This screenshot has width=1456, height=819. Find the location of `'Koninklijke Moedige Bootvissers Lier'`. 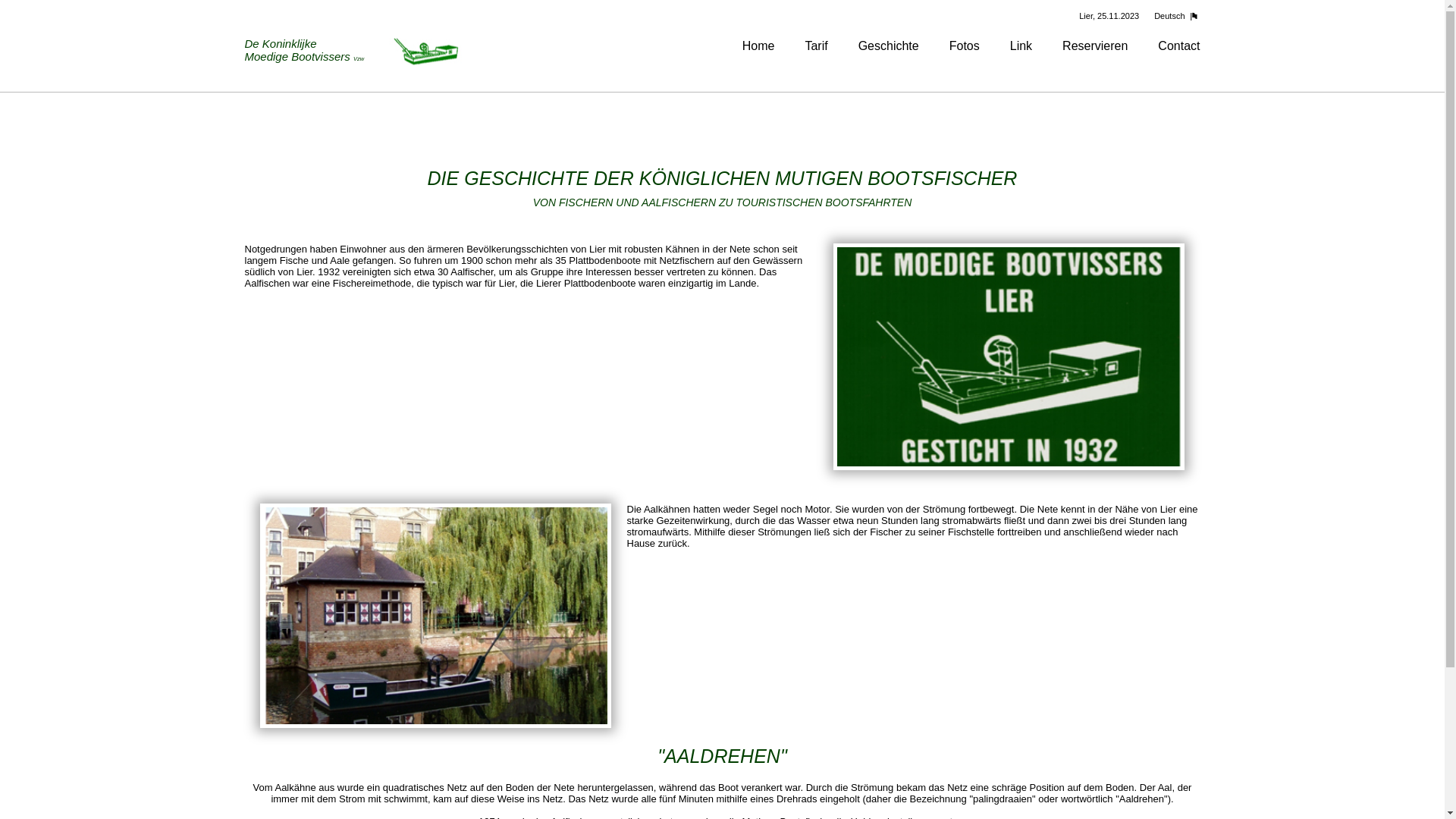

'Koninklijke Moedige Bootvissers Lier' is located at coordinates (1009, 356).